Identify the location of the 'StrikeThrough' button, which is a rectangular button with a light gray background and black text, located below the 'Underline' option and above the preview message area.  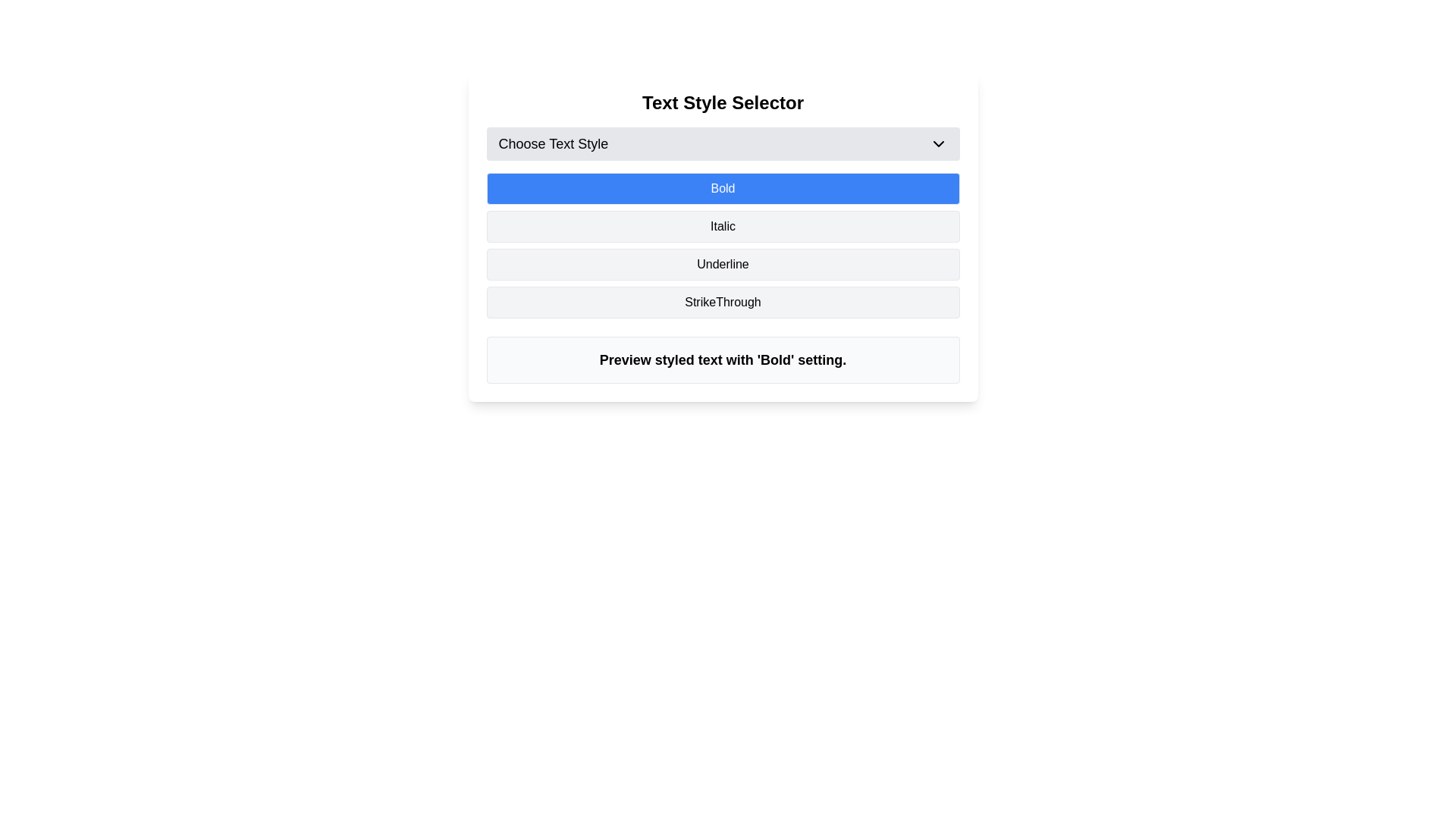
(722, 302).